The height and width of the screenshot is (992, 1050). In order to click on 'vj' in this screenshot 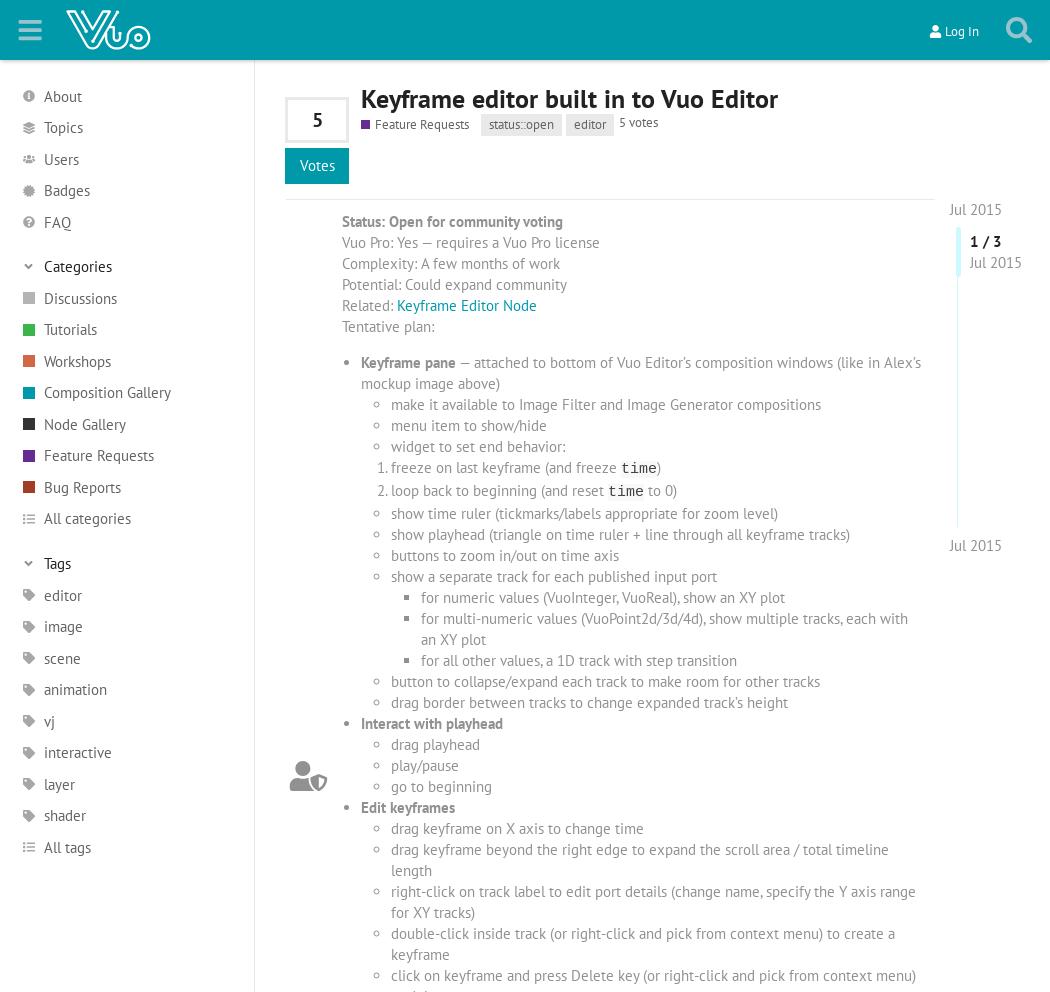, I will do `click(42, 720)`.